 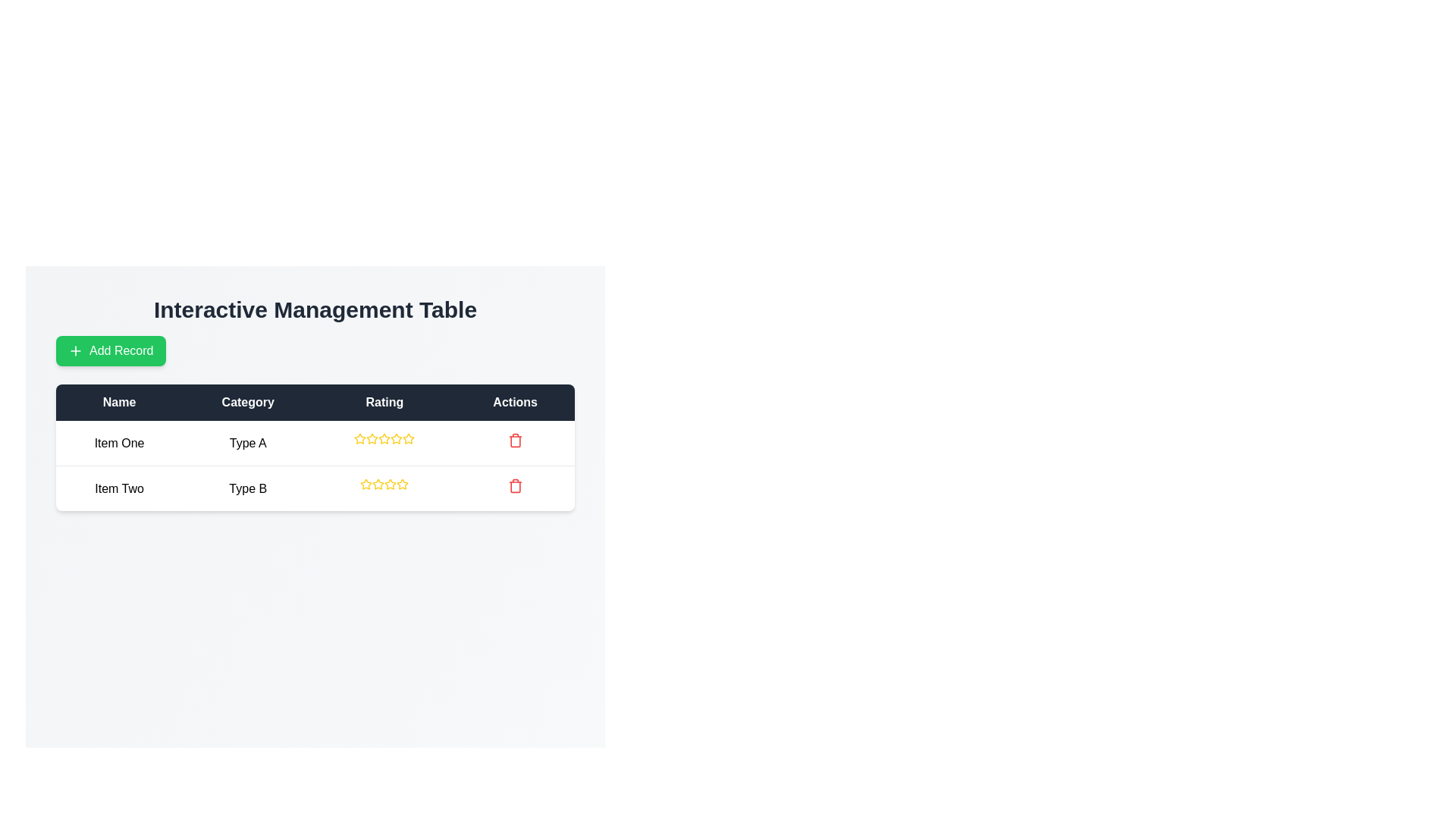 What do you see at coordinates (75, 350) in the screenshot?
I see `the 'Add Record' button icon, which is located to the left of the label text and serves as a visual indicator for adding new records` at bounding box center [75, 350].